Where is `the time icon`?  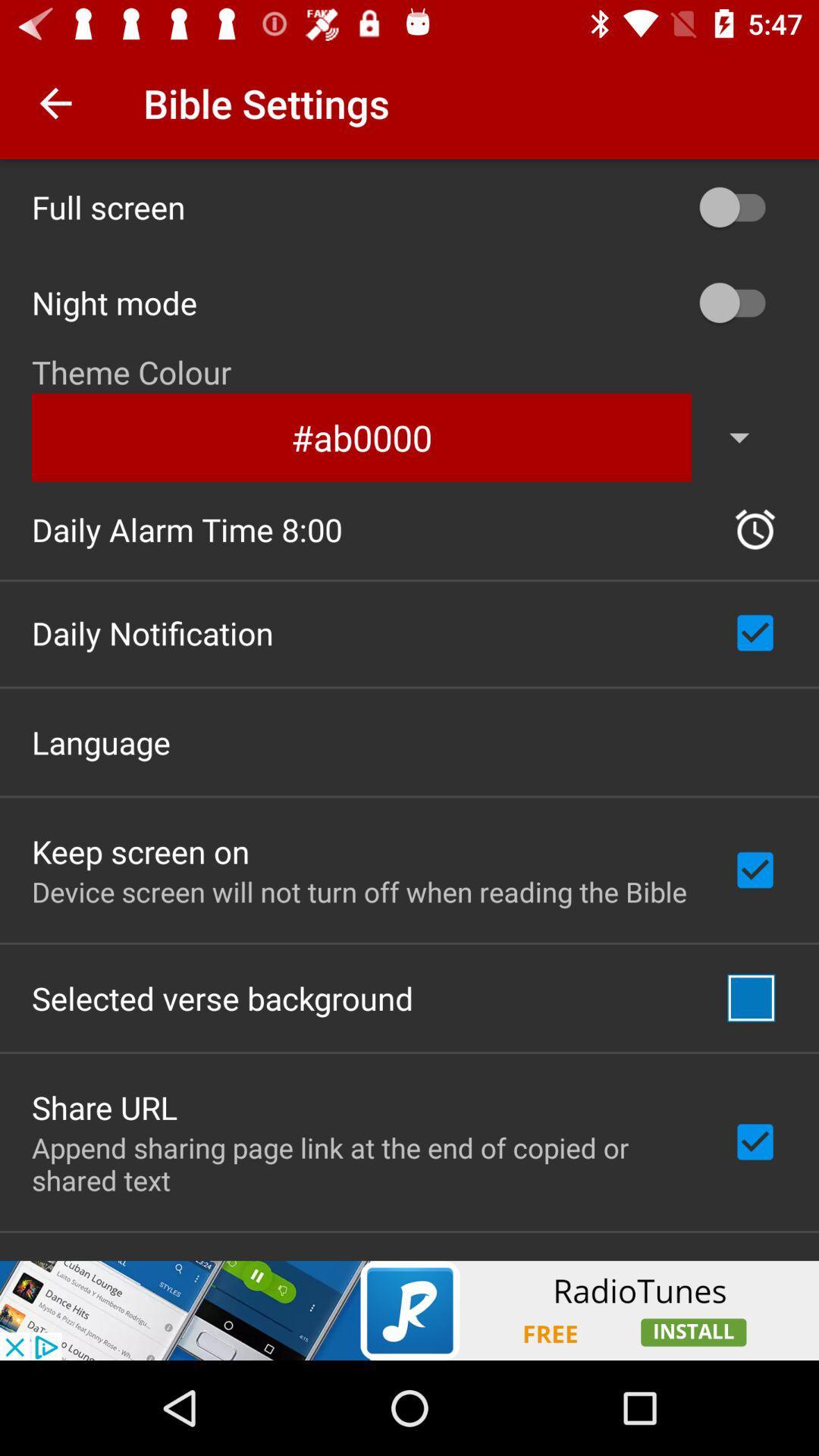 the time icon is located at coordinates (755, 529).